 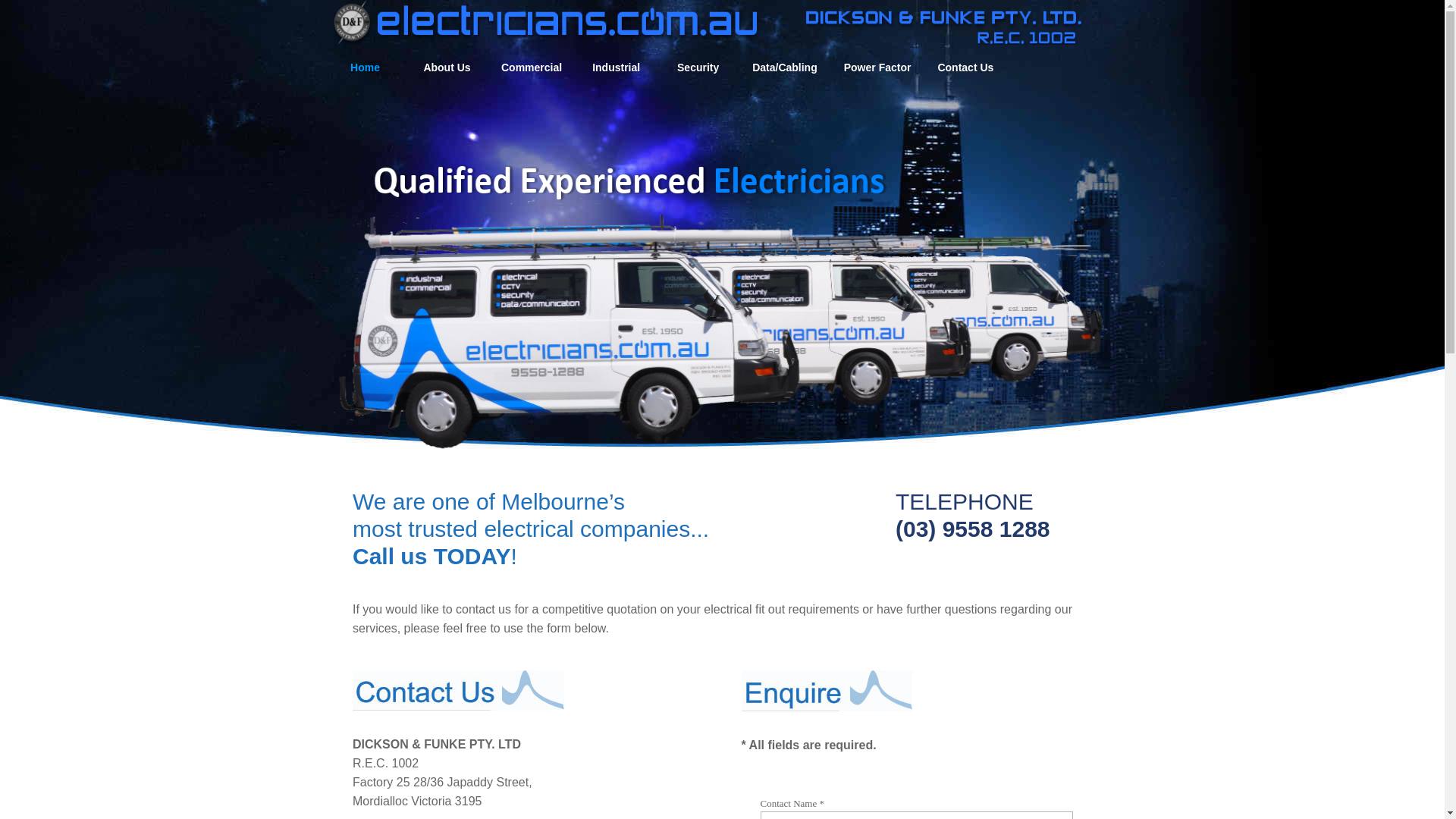 What do you see at coordinates (531, 67) in the screenshot?
I see `'Commercial'` at bounding box center [531, 67].